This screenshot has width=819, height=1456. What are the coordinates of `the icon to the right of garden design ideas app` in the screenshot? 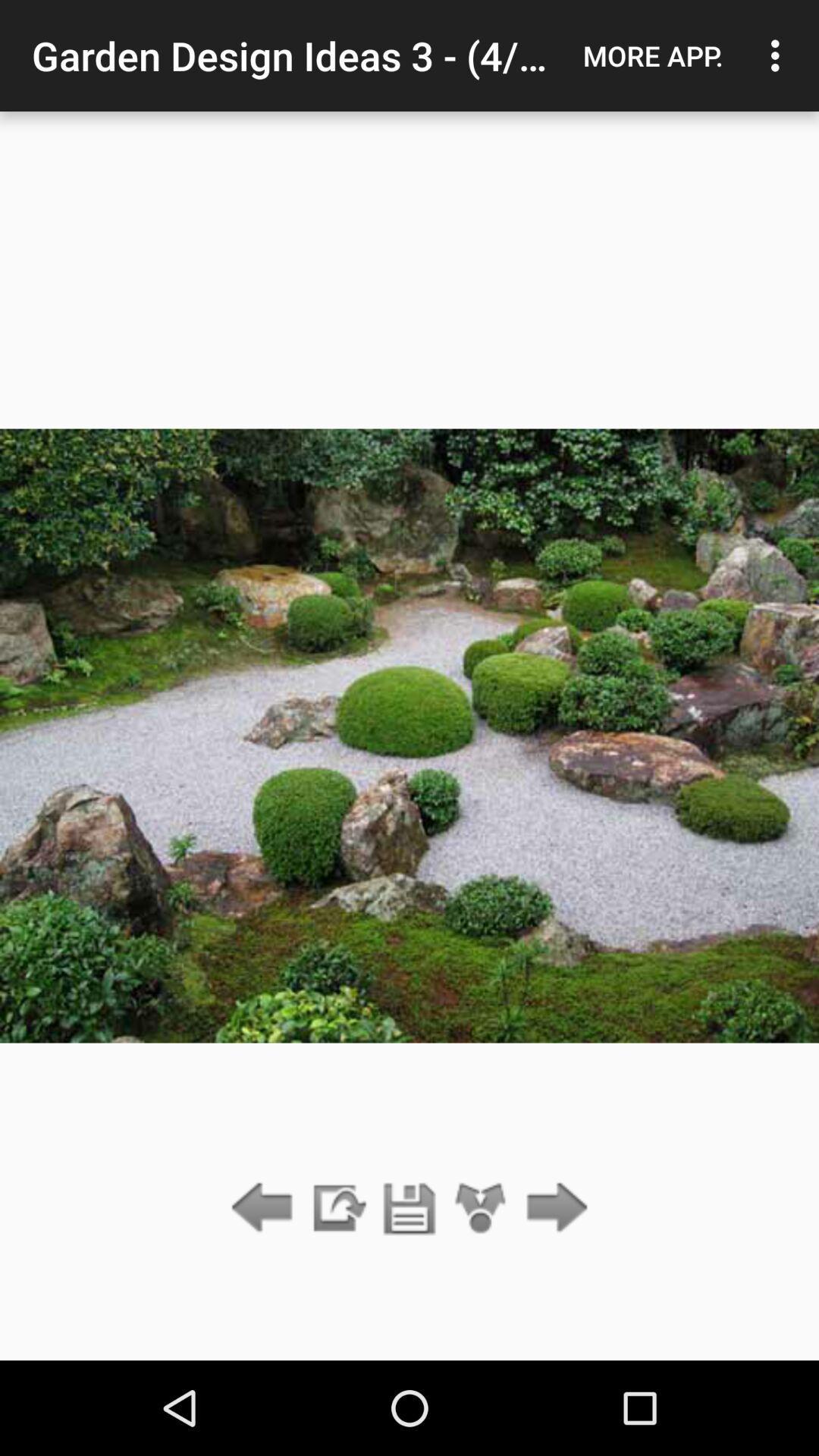 It's located at (652, 55).